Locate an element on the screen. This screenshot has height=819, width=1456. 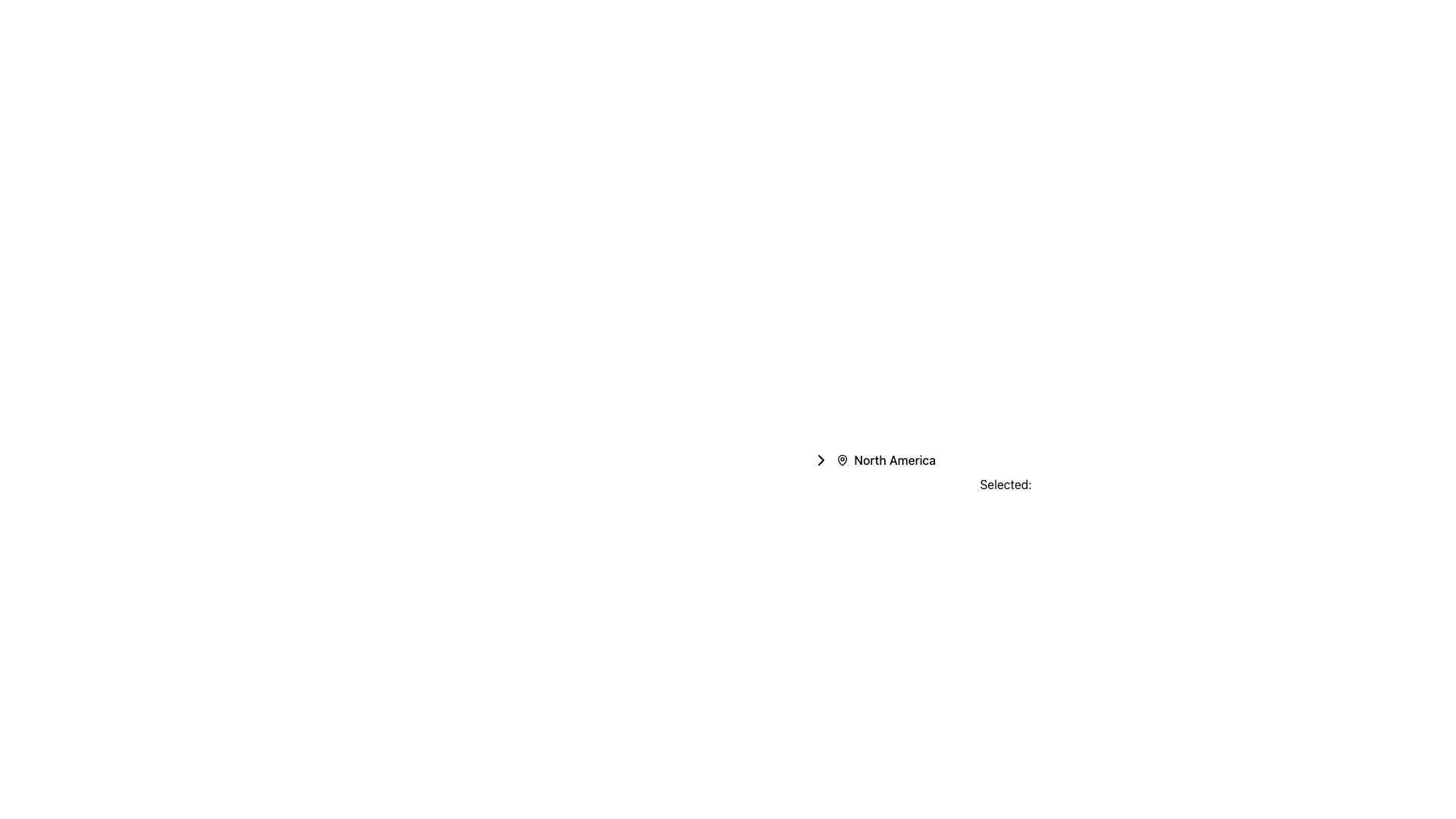
the text label displaying 'Selected:' which is positioned beneath the 'North America' label is located at coordinates (1006, 485).